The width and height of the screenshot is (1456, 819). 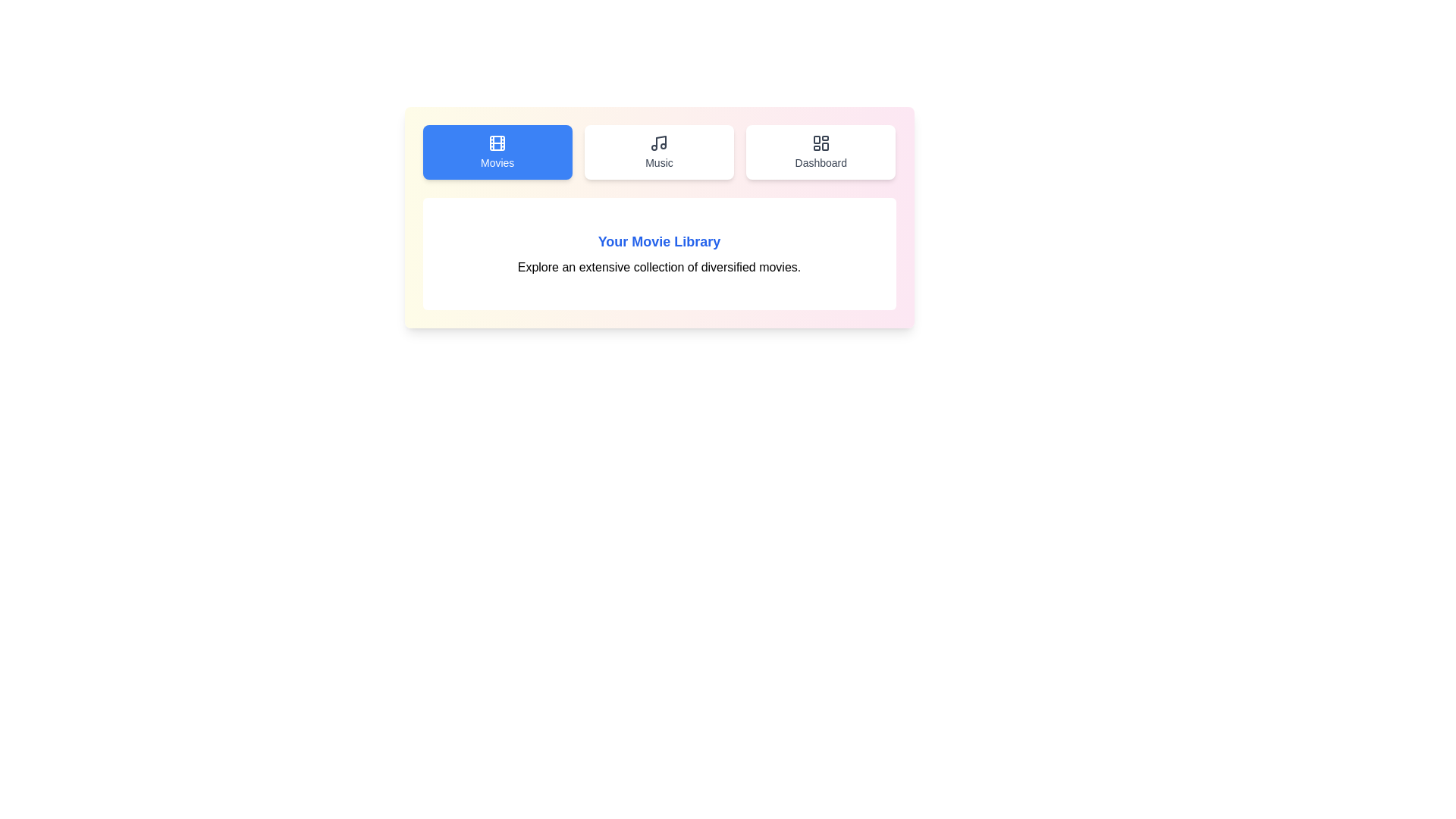 What do you see at coordinates (820, 152) in the screenshot?
I see `the Dashboard tab by clicking on its button` at bounding box center [820, 152].